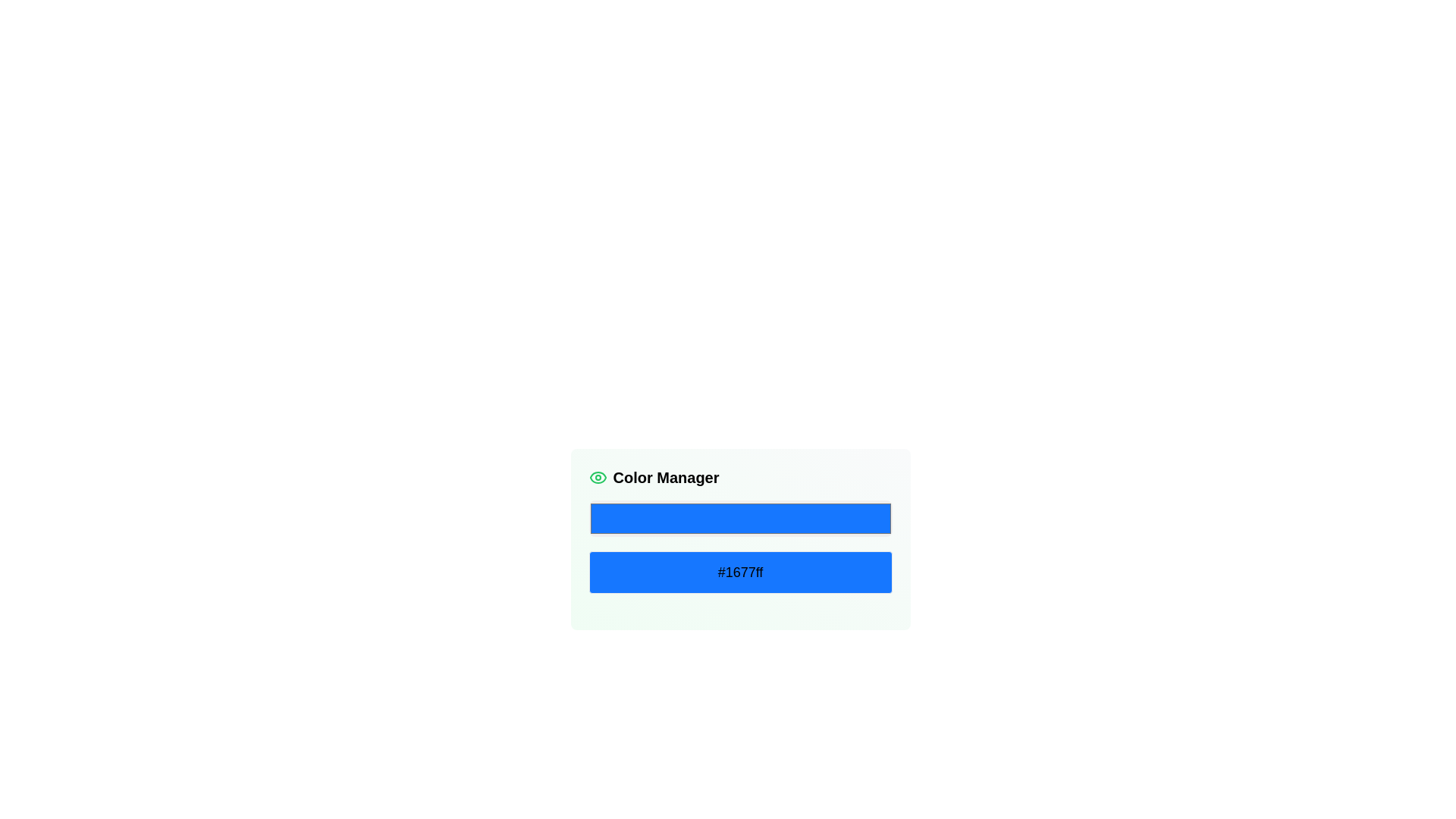 The width and height of the screenshot is (1456, 819). Describe the element at coordinates (597, 476) in the screenshot. I see `the eye icon located in the top-left corner of the 'Color Manager' panel` at that location.